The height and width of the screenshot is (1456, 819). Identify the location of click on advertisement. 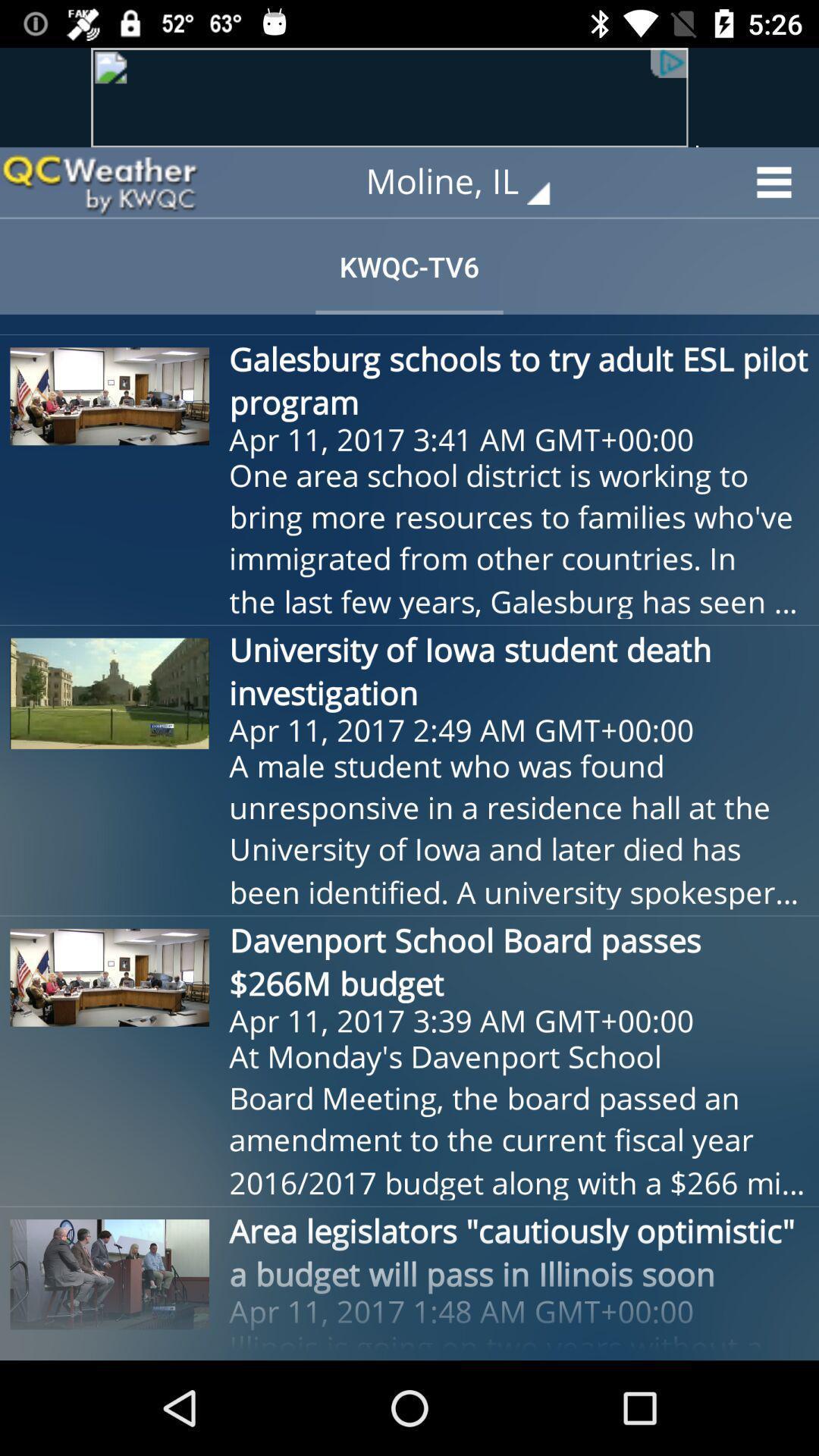
(409, 96).